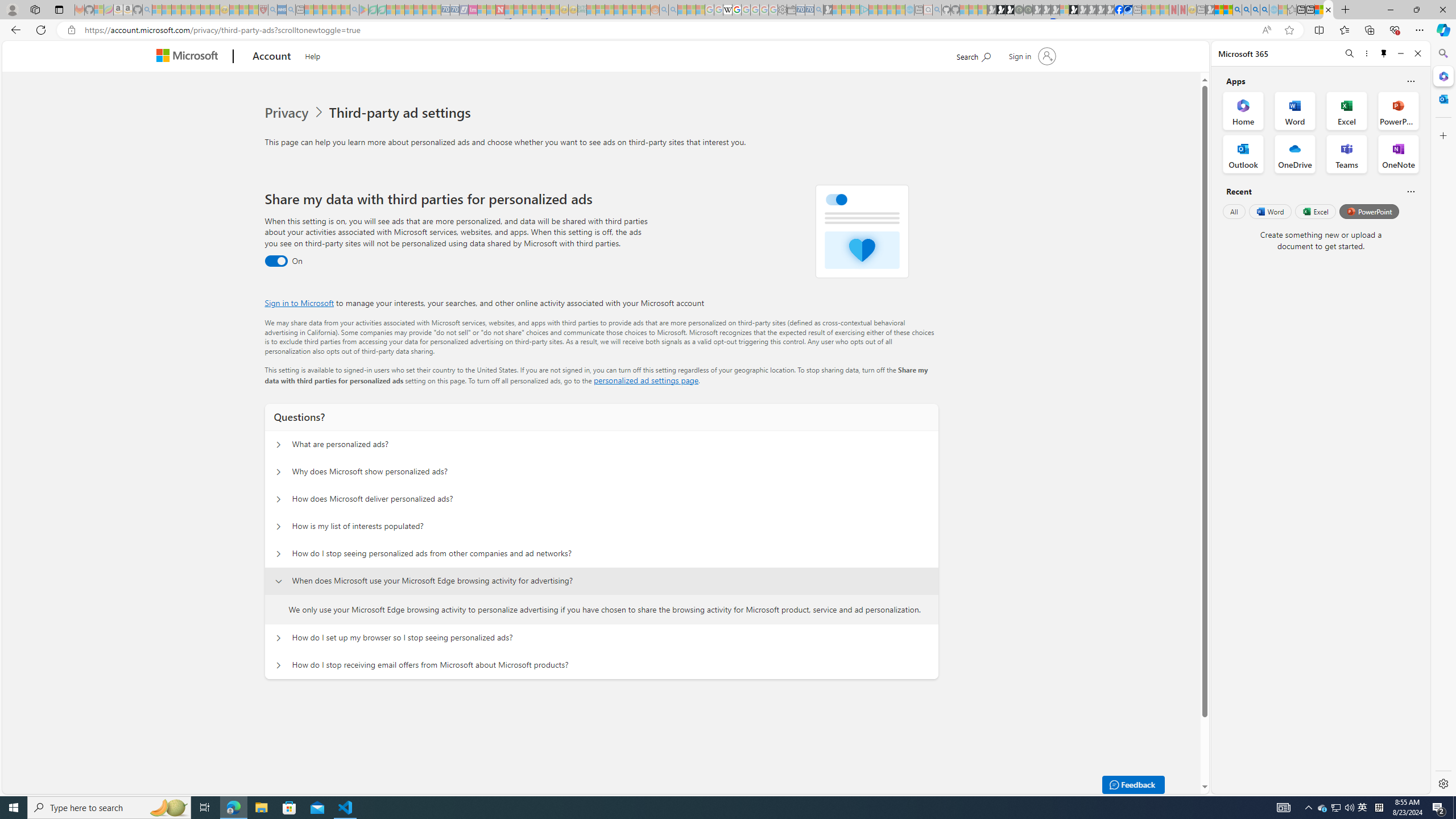 Image resolution: width=1456 pixels, height=819 pixels. I want to click on 'Third-party ad settings', so click(402, 113).